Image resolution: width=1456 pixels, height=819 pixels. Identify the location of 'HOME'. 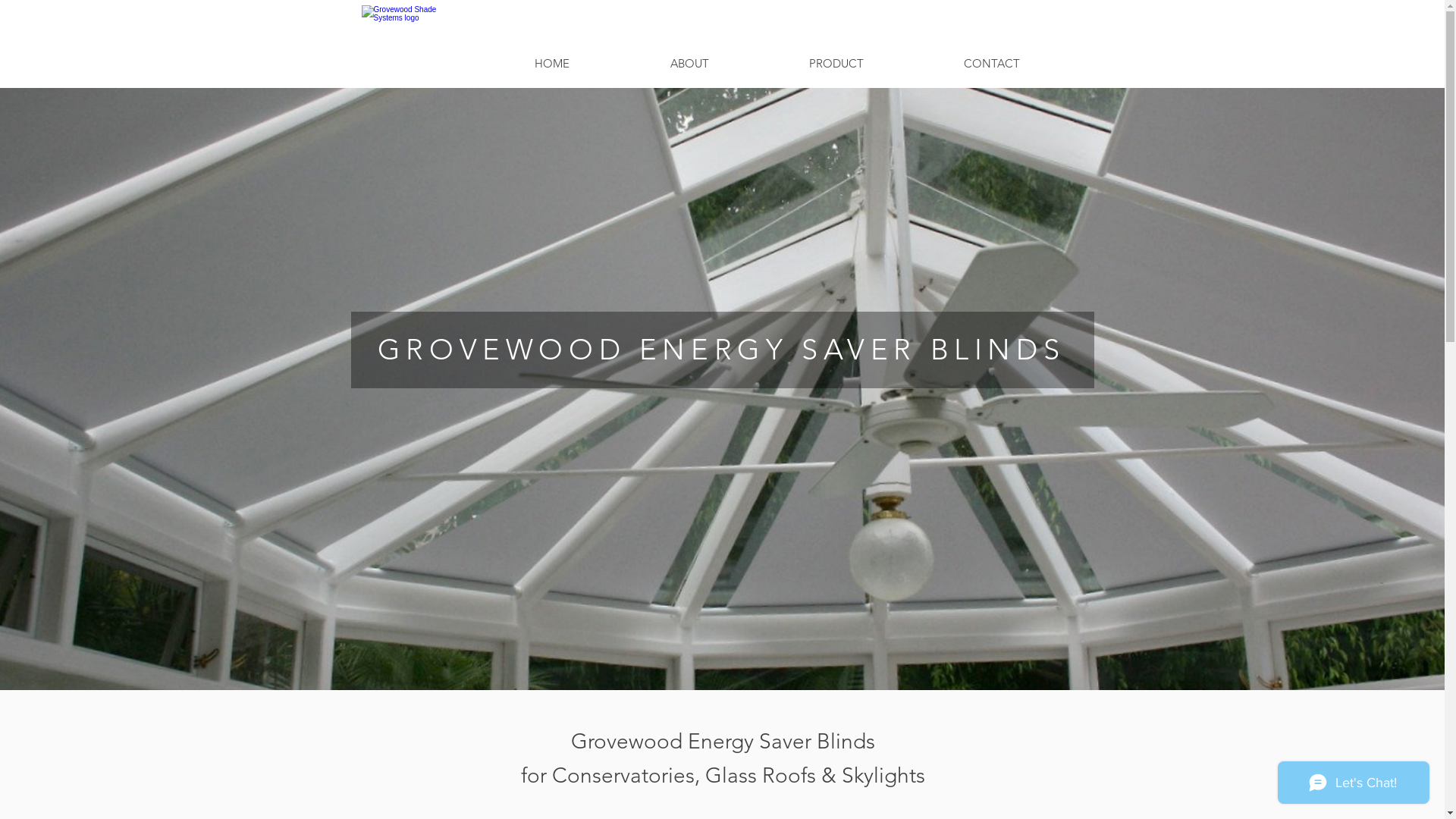
(551, 62).